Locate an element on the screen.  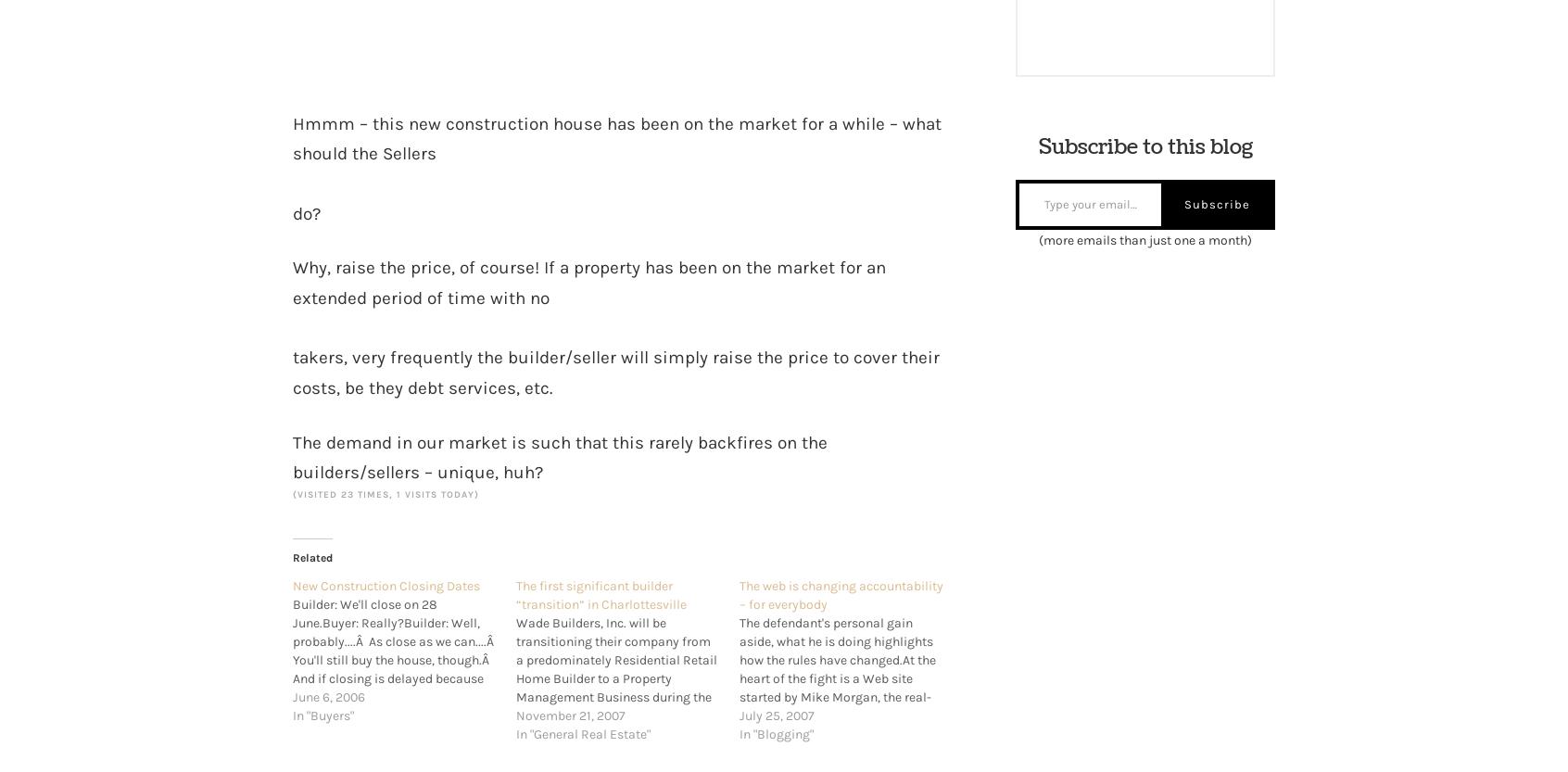
'Subscribe to this blog' is located at coordinates (1144, 147).